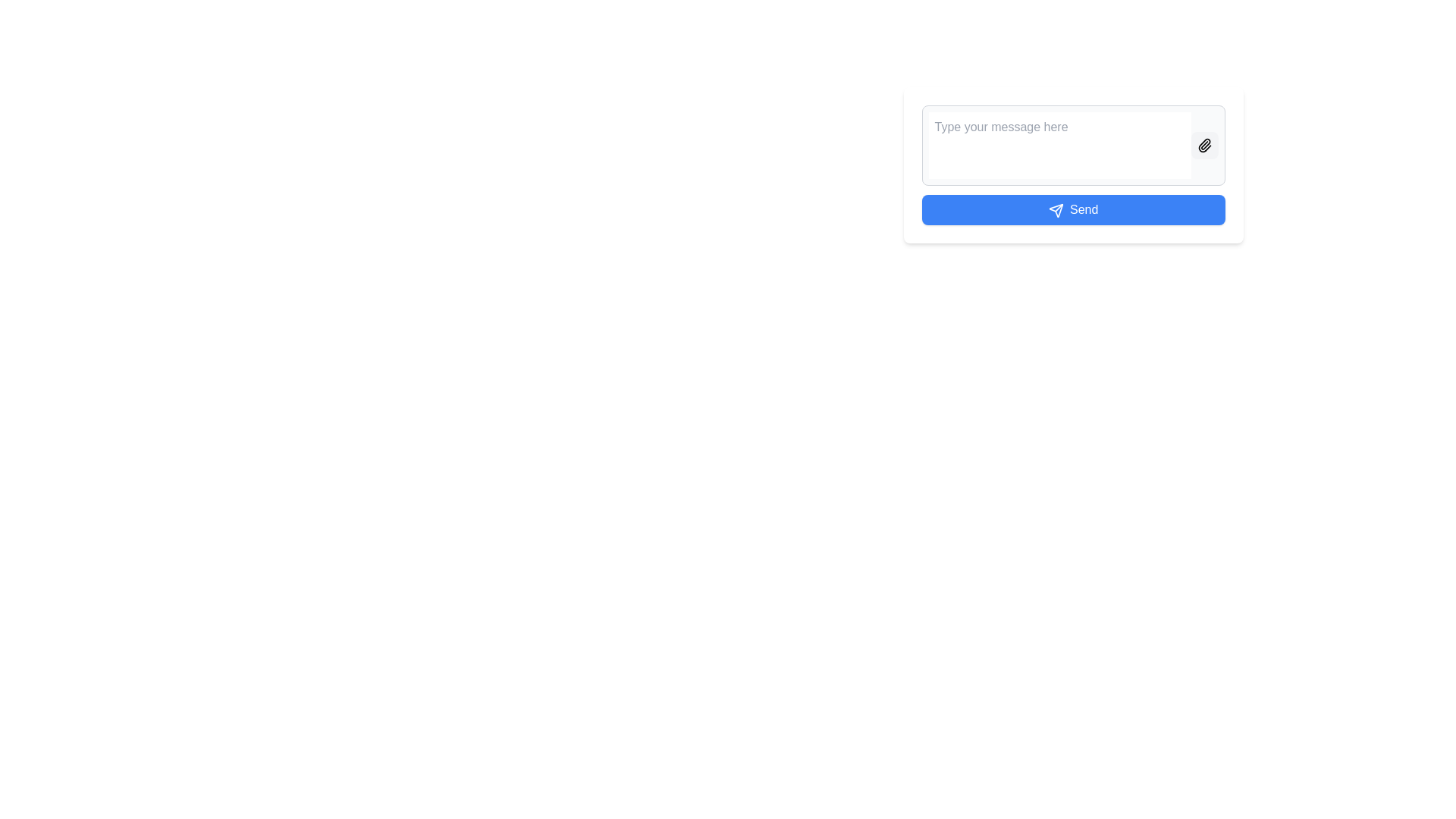 The height and width of the screenshot is (819, 1456). What do you see at coordinates (1203, 146) in the screenshot?
I see `the rounded square-shaped button with a light gray background and a black paperclip icon to attach a file` at bounding box center [1203, 146].